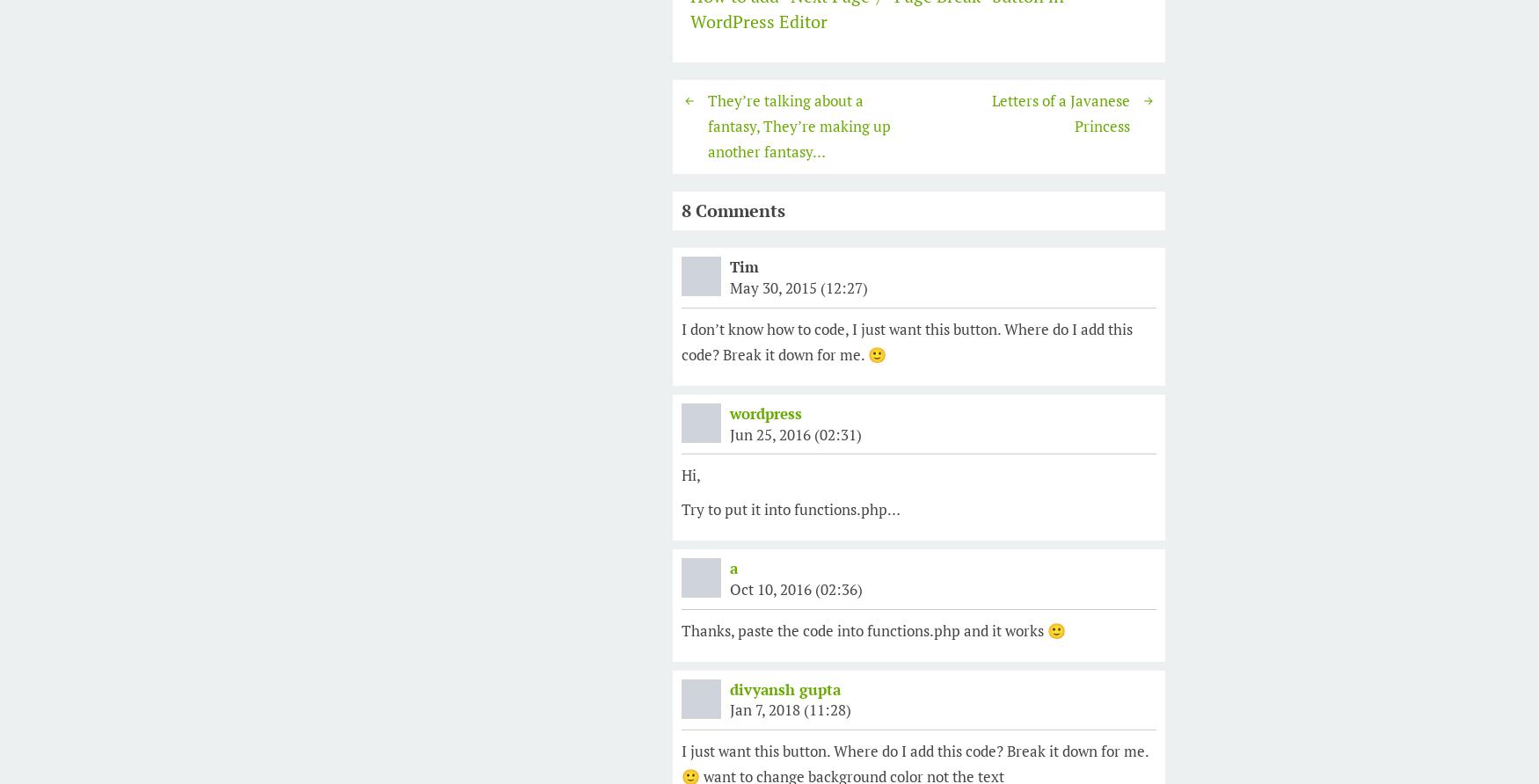 This screenshot has height=784, width=1539. What do you see at coordinates (794, 433) in the screenshot?
I see `'Jun 25, 2016 (02:31)'` at bounding box center [794, 433].